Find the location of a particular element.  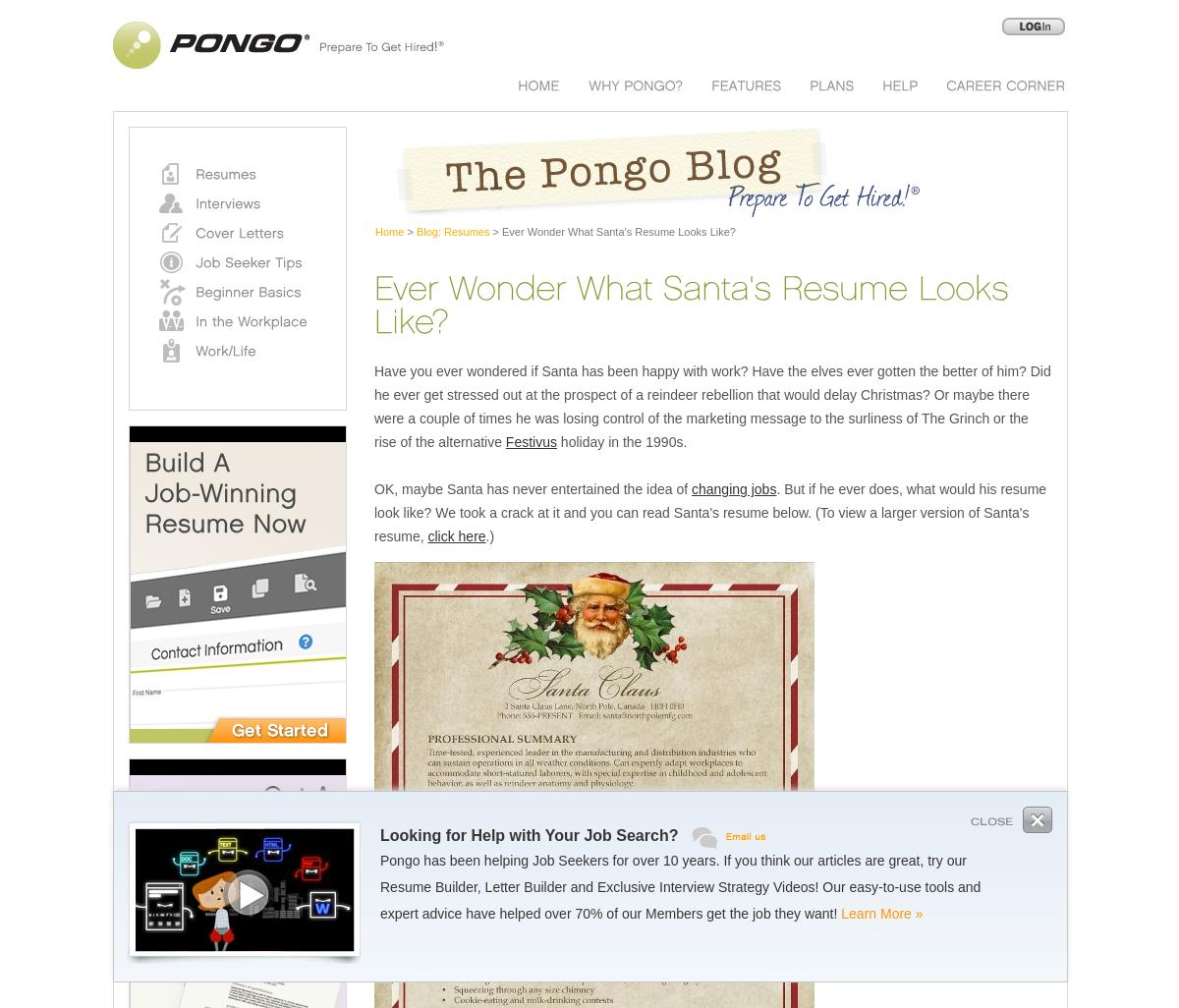

'Ever Wonder What Santa's Resume Looks Like?' is located at coordinates (497, 231).